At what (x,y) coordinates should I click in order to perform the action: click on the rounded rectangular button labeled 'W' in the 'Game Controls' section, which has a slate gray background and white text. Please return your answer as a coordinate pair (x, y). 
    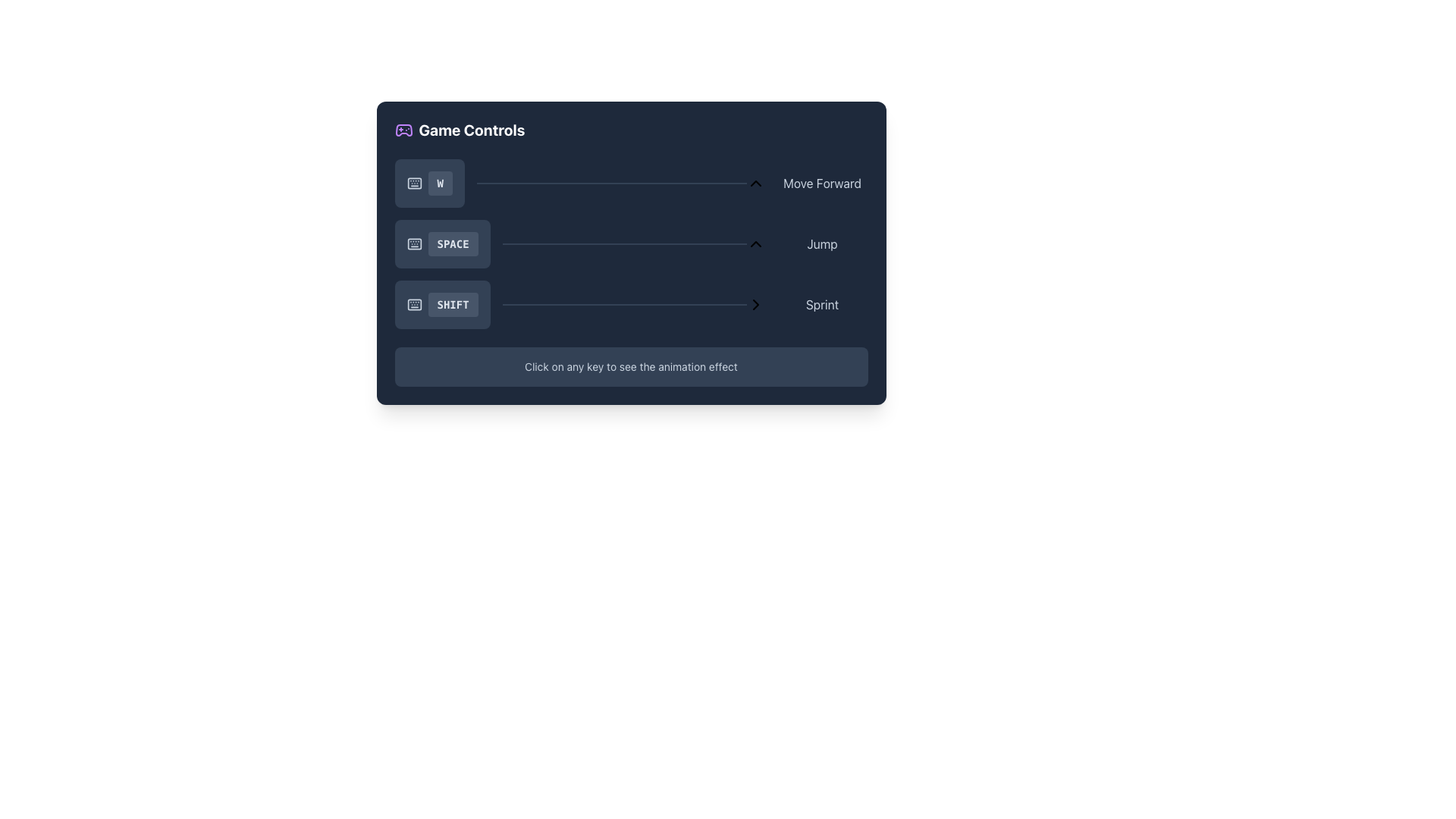
    Looking at the image, I should click on (428, 183).